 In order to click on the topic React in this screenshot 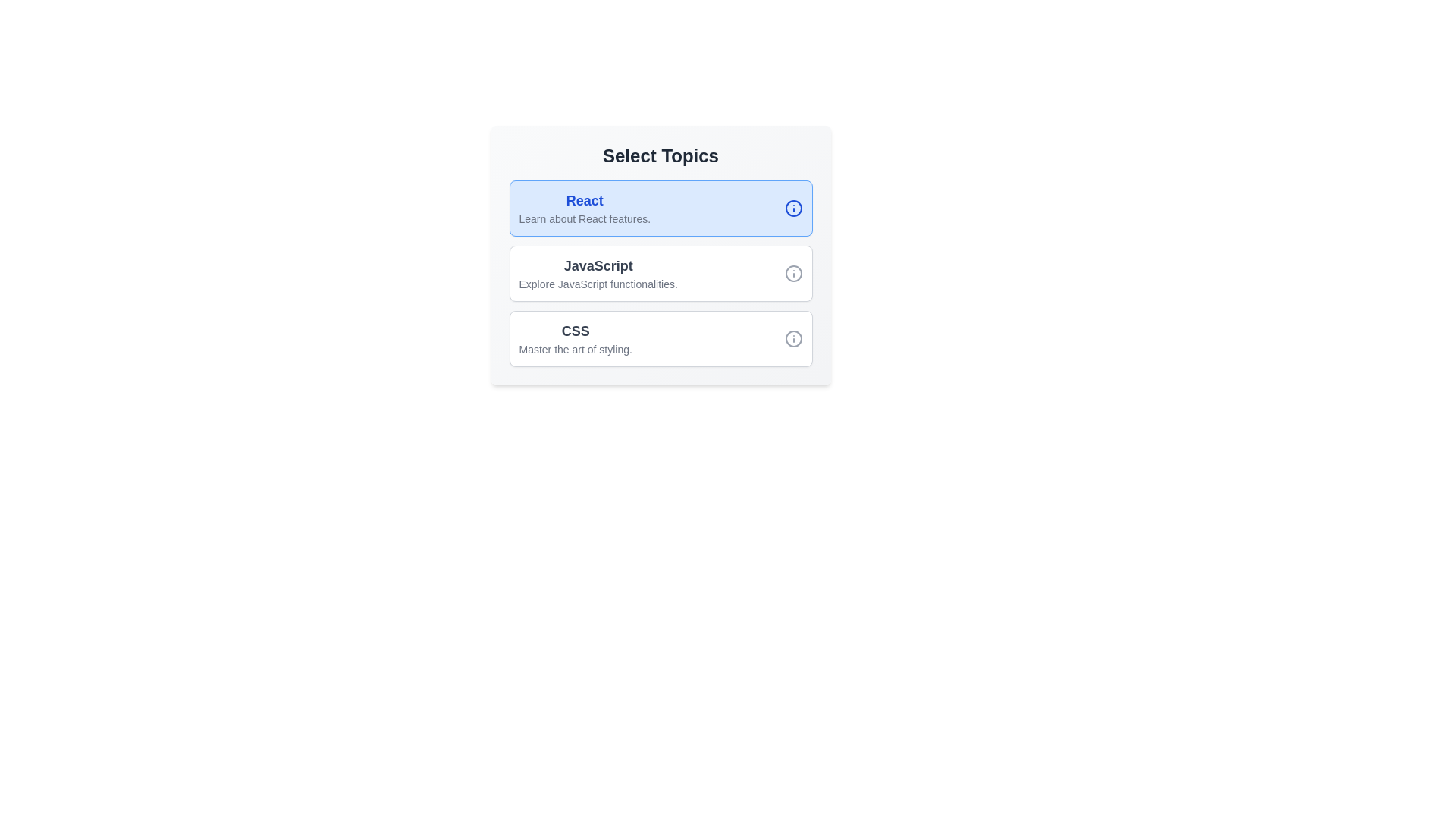, I will do `click(661, 208)`.